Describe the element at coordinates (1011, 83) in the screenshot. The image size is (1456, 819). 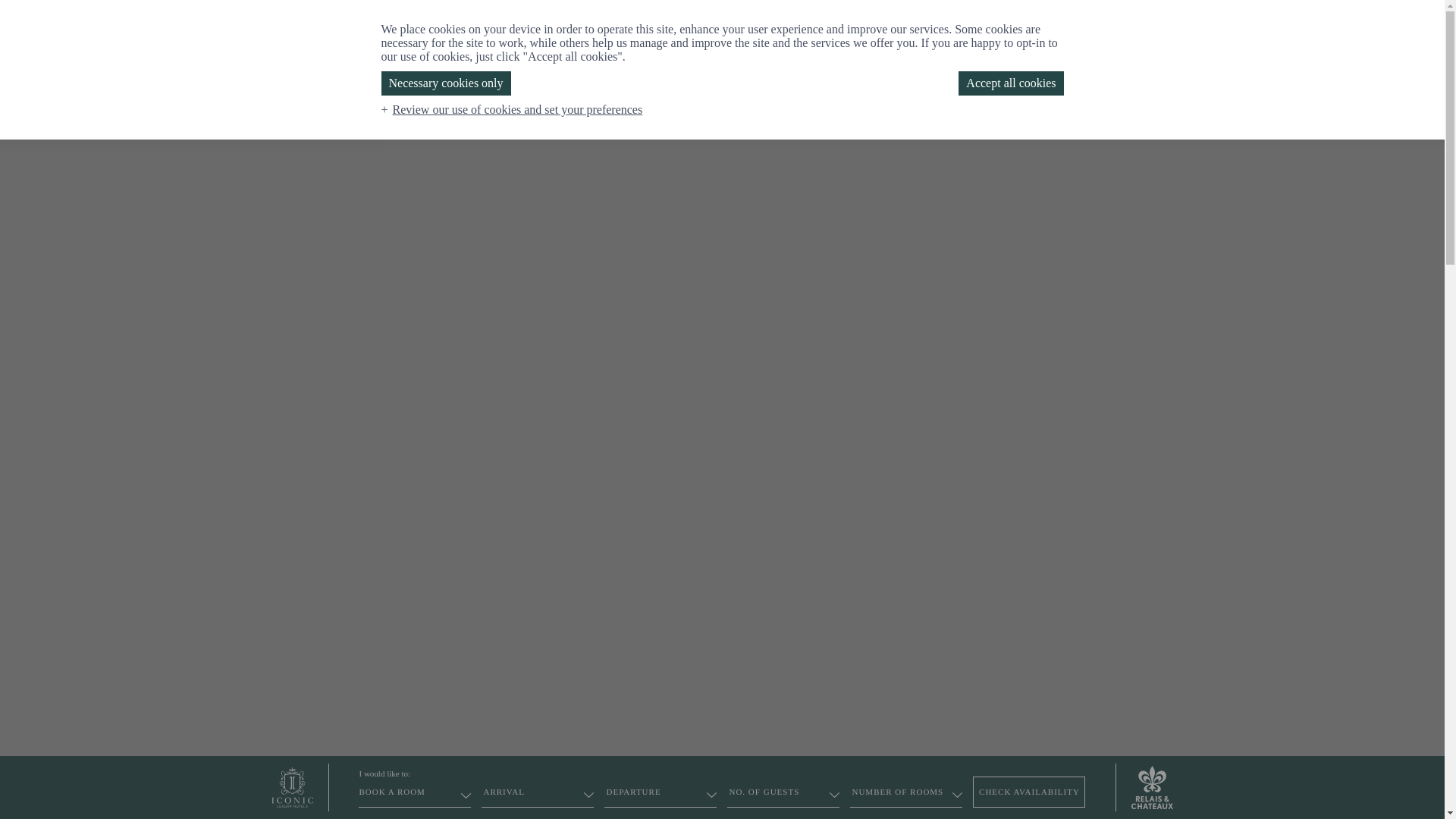
I see `'Accept all cookies'` at that location.